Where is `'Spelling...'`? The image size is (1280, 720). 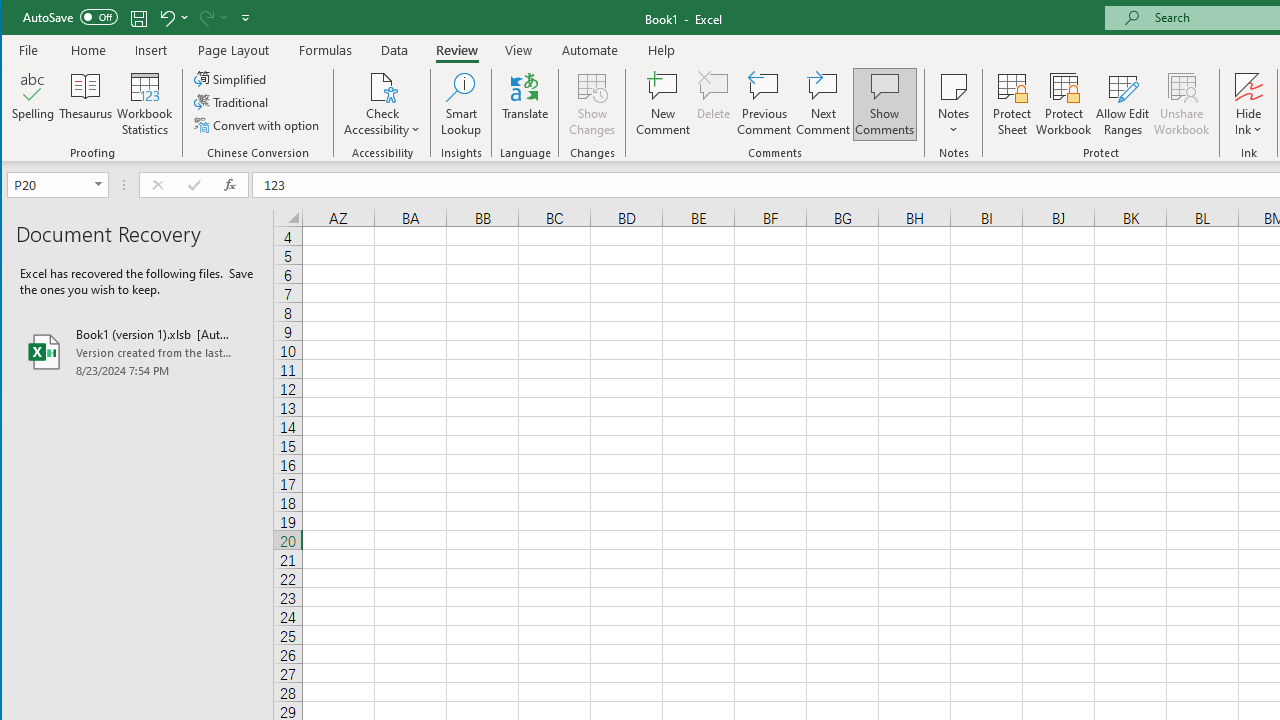 'Spelling...' is located at coordinates (33, 104).